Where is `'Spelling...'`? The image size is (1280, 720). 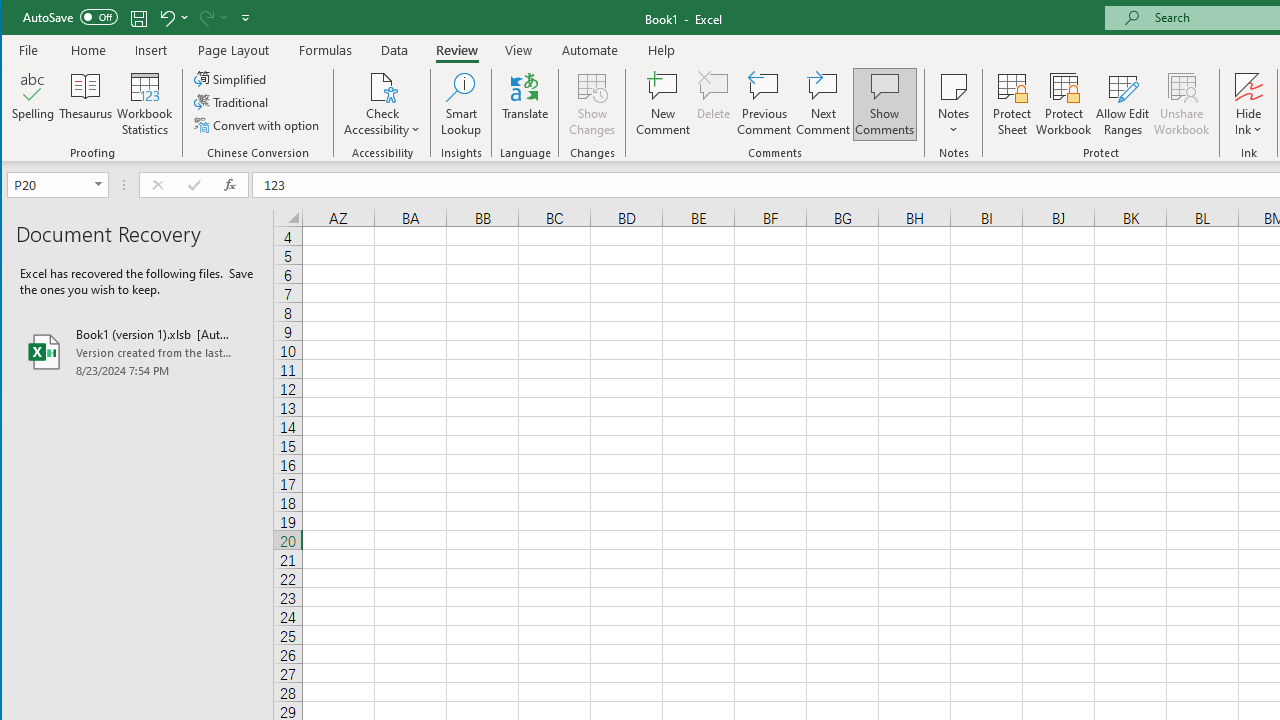 'Spelling...' is located at coordinates (33, 104).